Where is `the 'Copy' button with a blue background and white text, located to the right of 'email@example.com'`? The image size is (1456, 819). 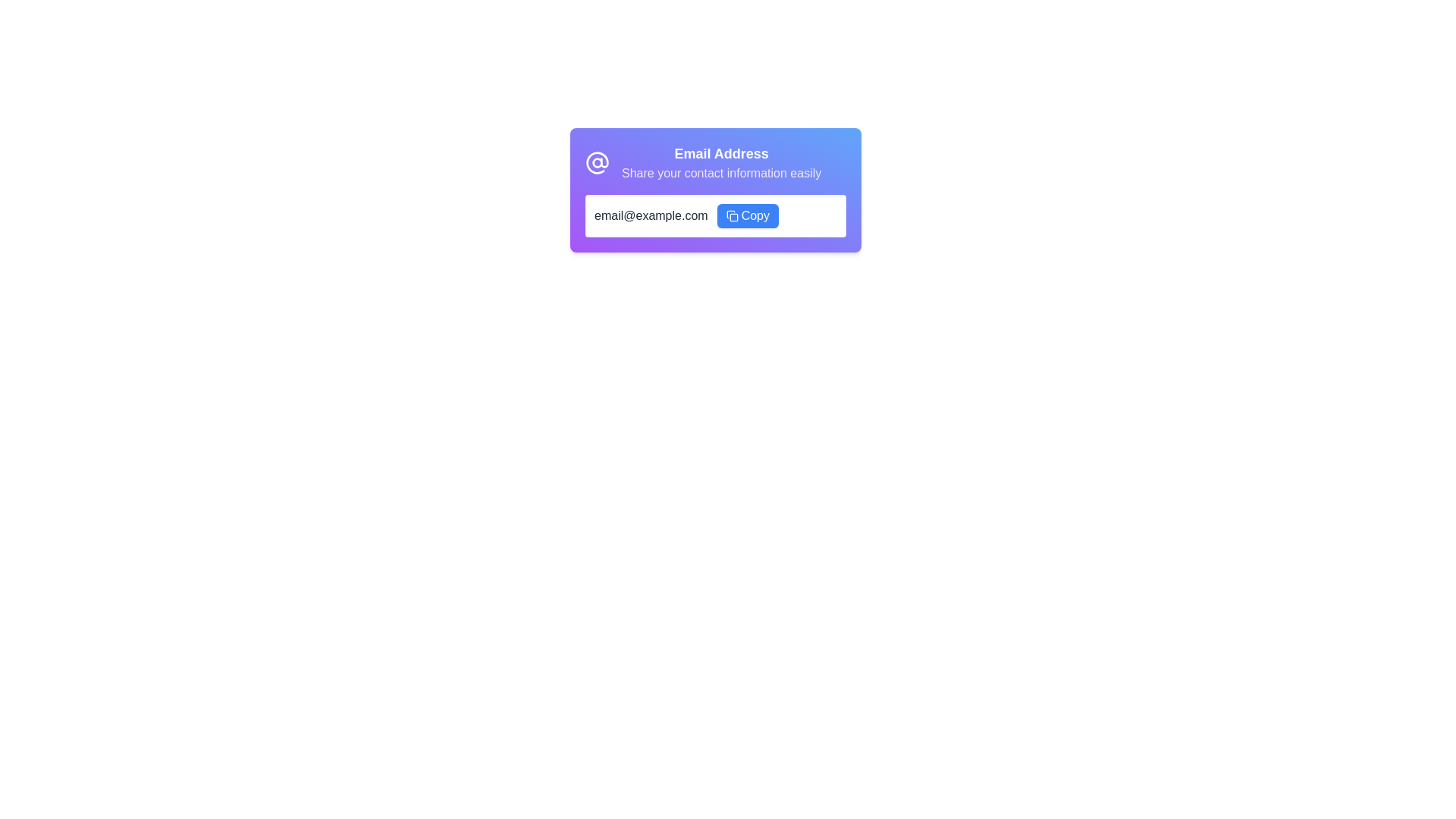
the 'Copy' button with a blue background and white text, located to the right of 'email@example.com' is located at coordinates (748, 216).